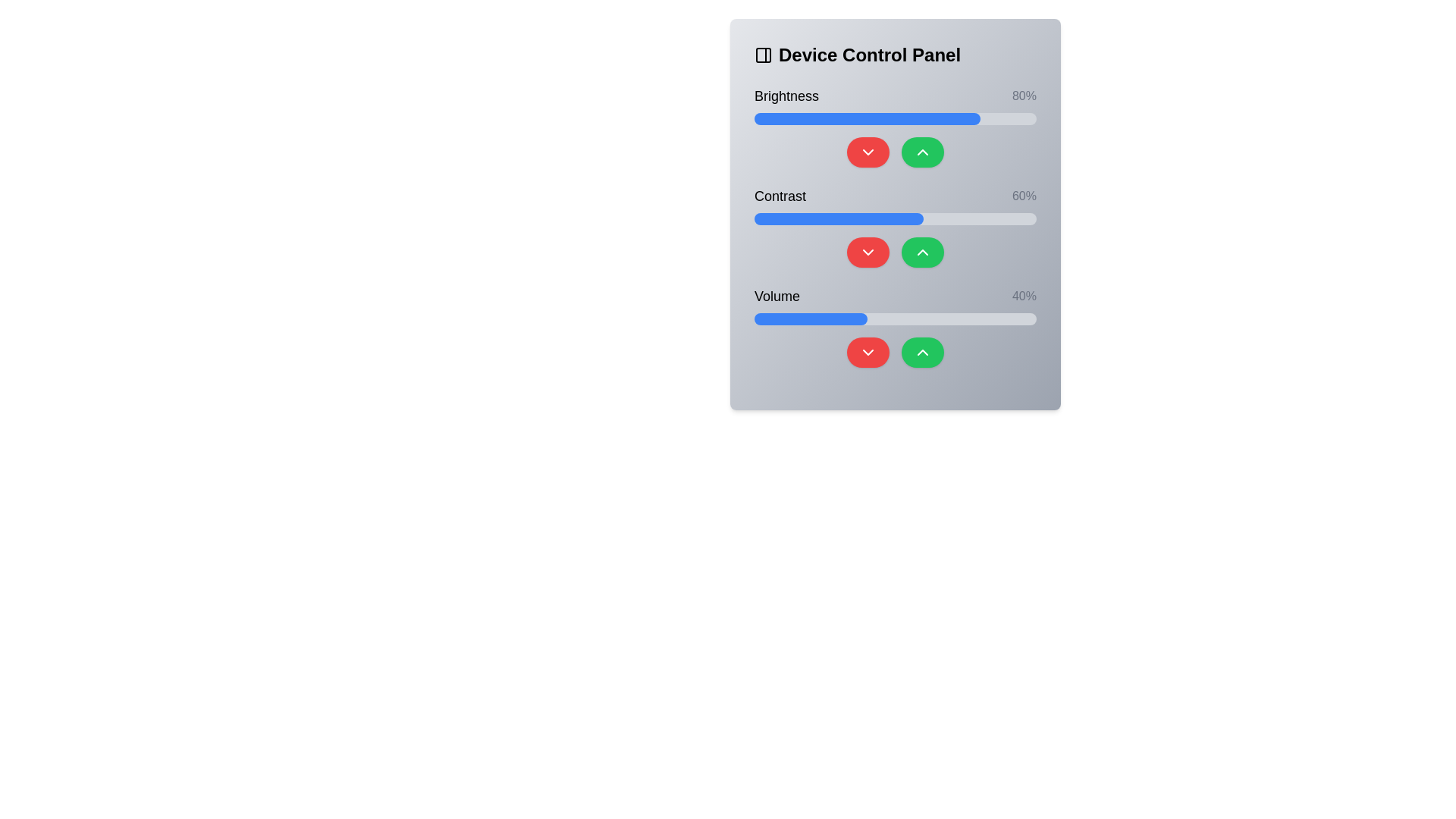  What do you see at coordinates (895, 318) in the screenshot?
I see `the Progress bar indicating 40% volume, located below the 'Volume' text and above the row of buttons` at bounding box center [895, 318].